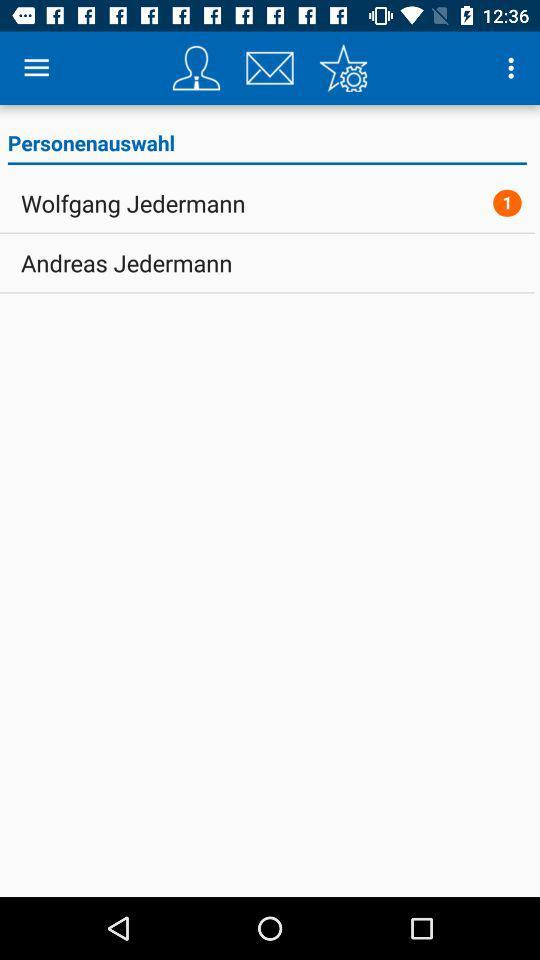 The height and width of the screenshot is (960, 540). I want to click on the item to the right of the wolfgang jedermann icon, so click(507, 203).